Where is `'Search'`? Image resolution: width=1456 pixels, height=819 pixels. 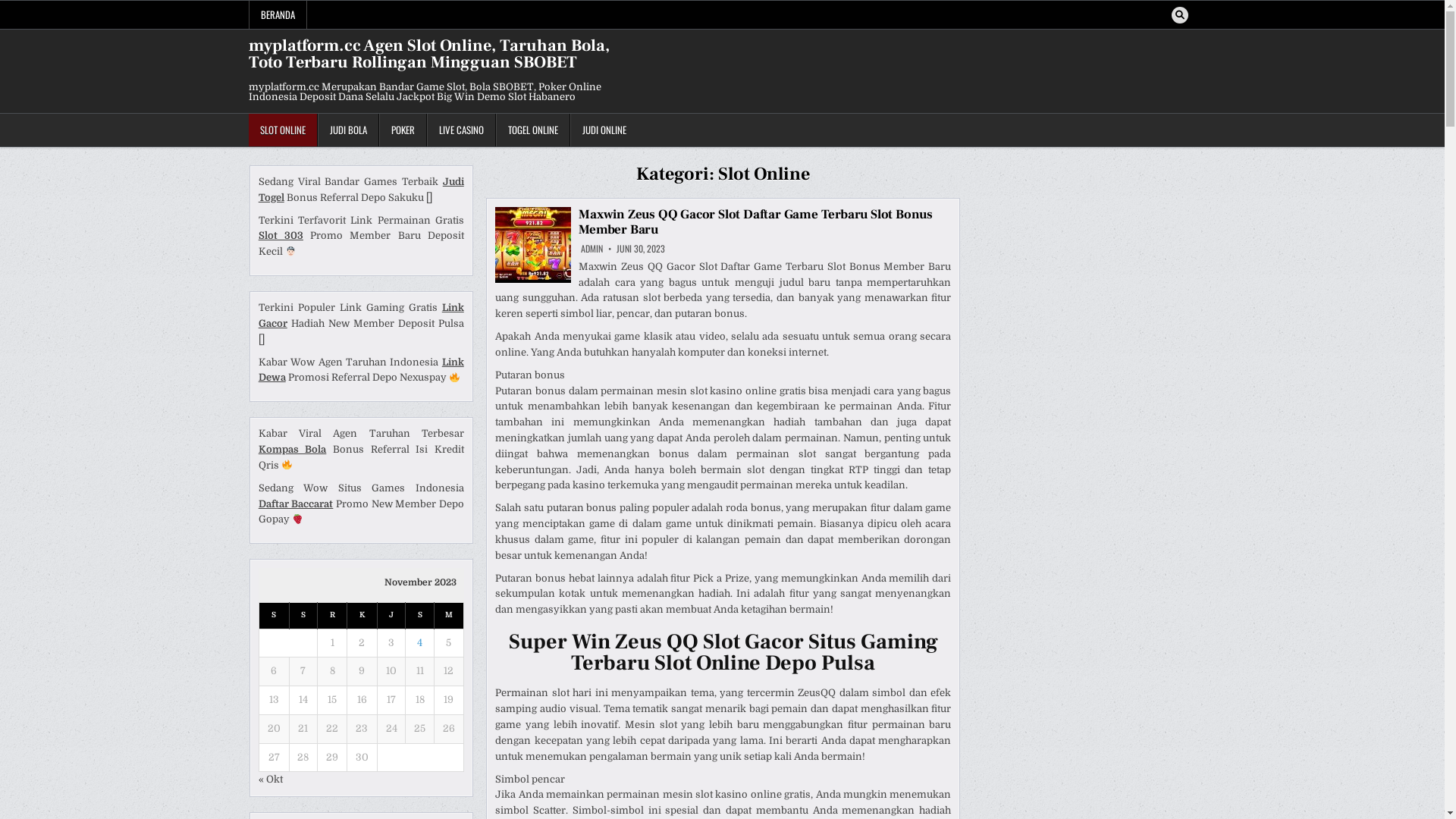
'Search' is located at coordinates (1178, 14).